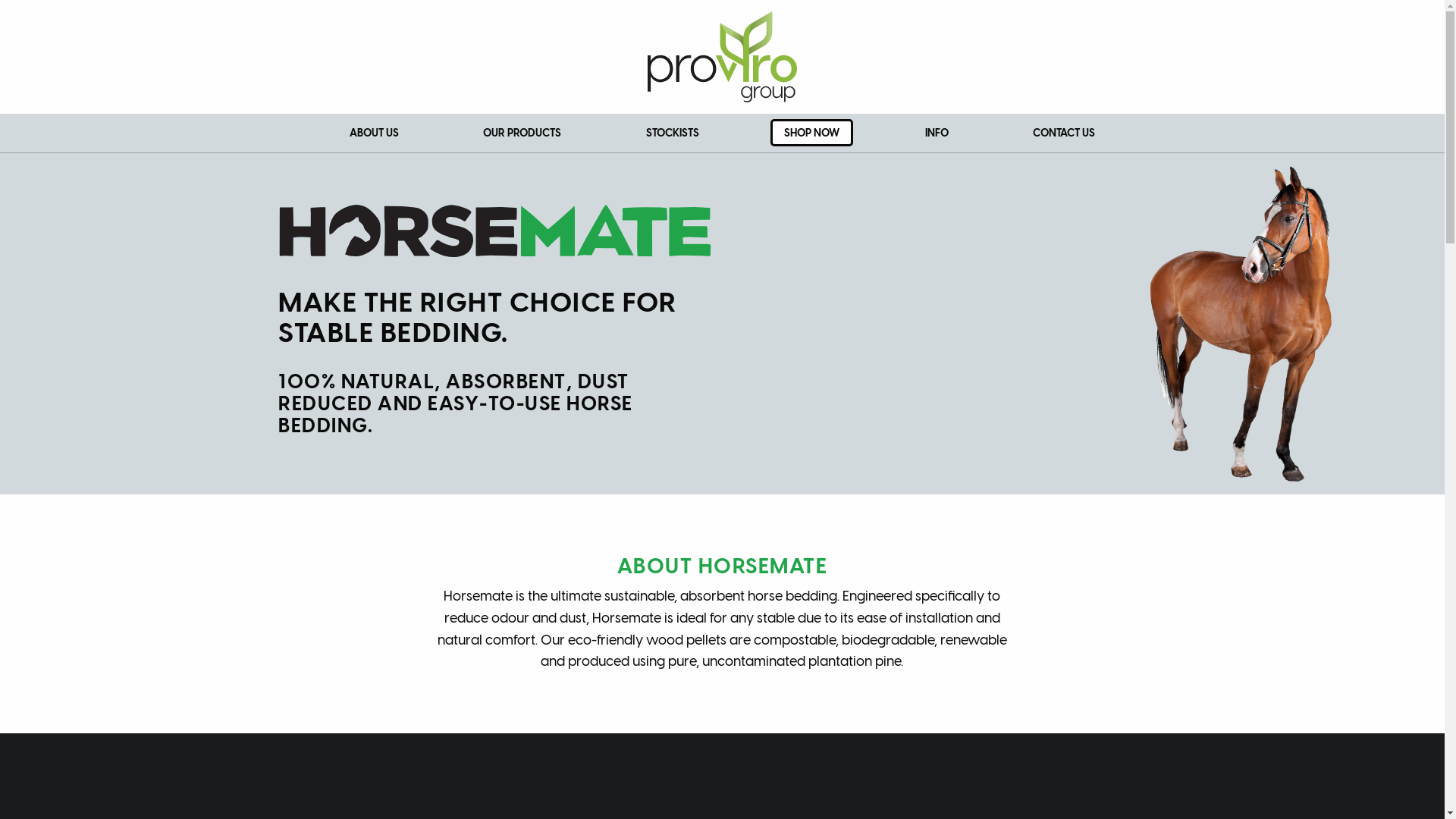 The height and width of the screenshot is (819, 1456). I want to click on 'CONTACT US', so click(1062, 132).